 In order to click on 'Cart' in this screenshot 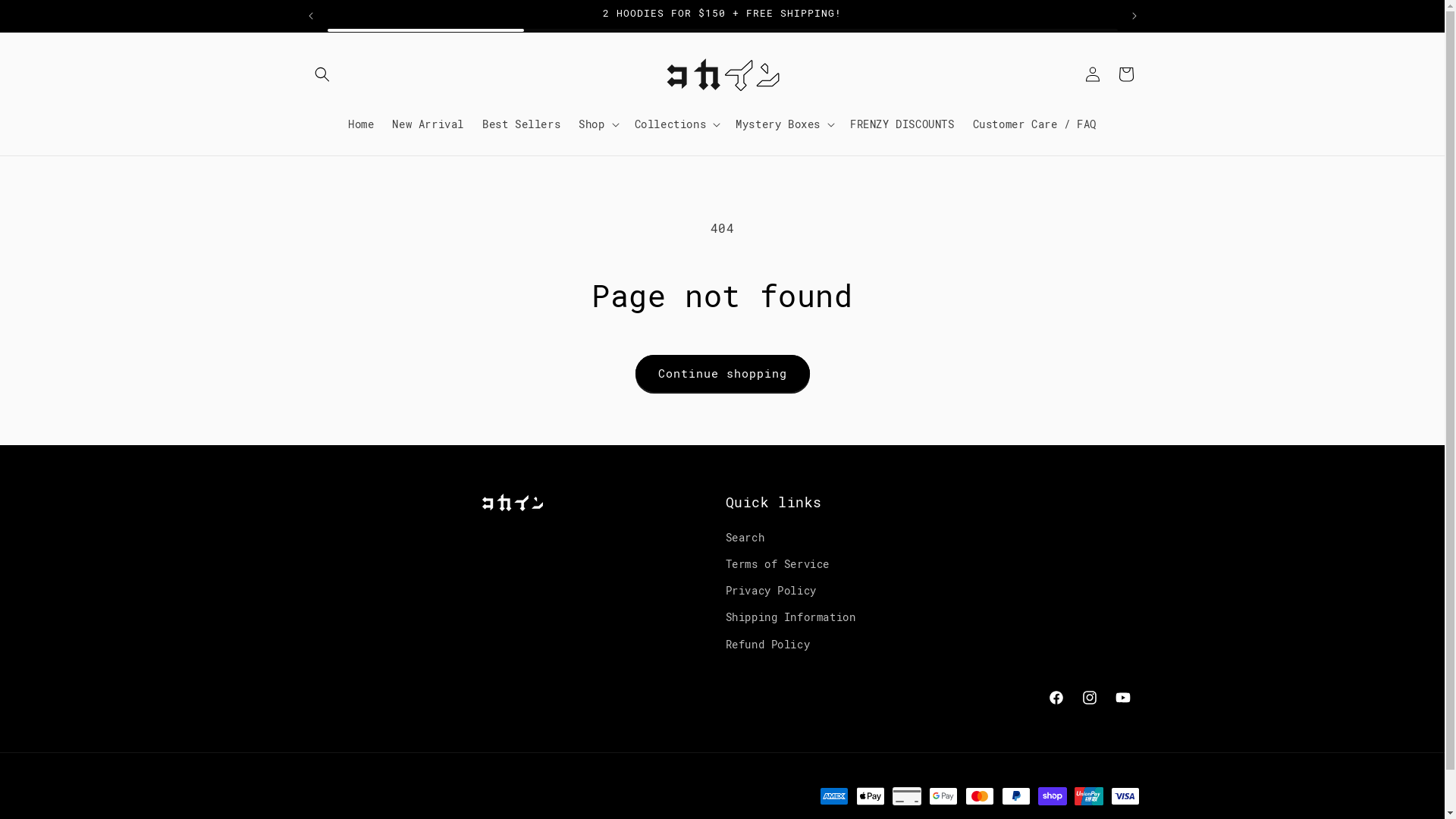, I will do `click(1125, 74)`.